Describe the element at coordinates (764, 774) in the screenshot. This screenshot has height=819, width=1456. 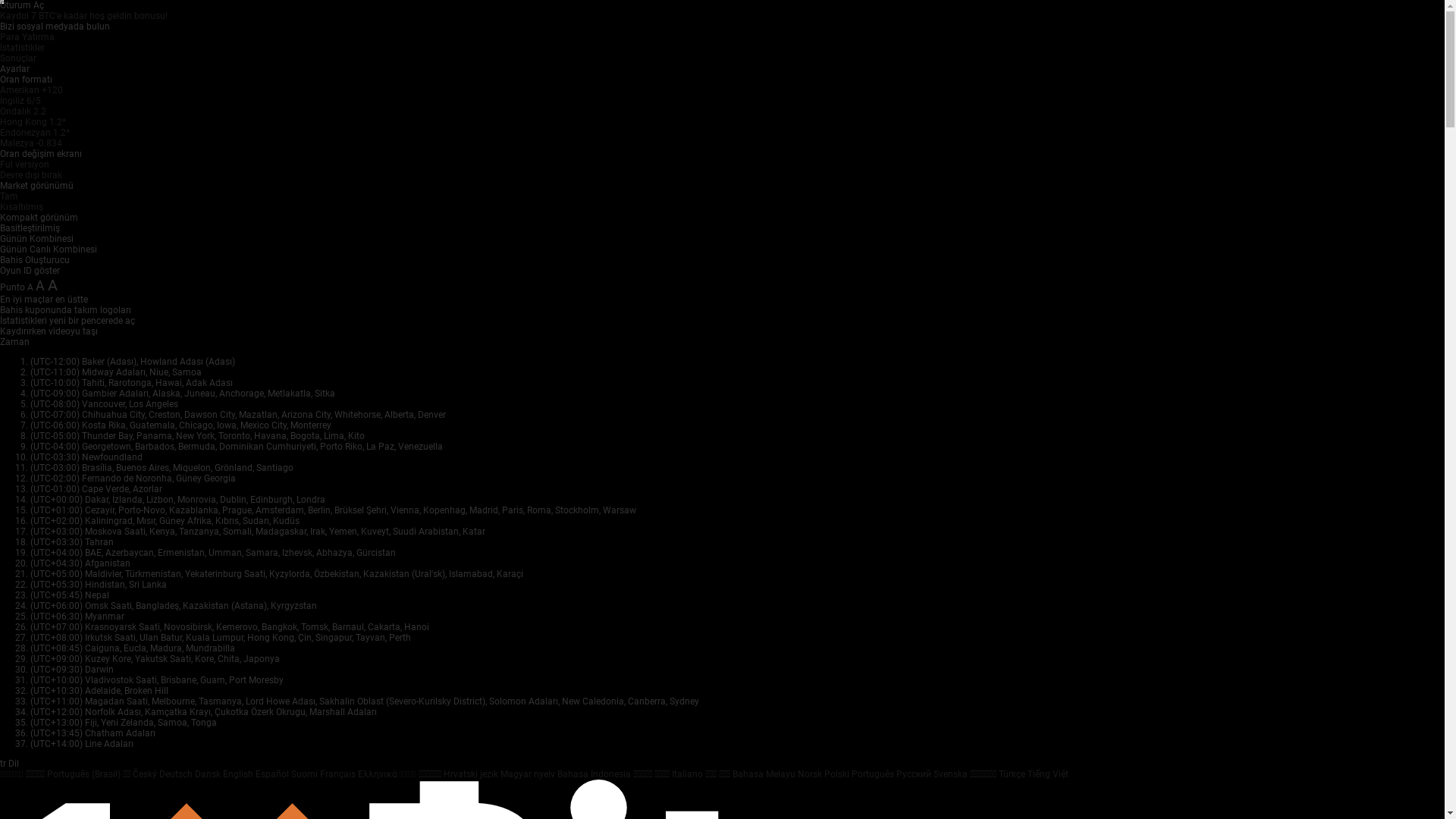
I see `'Bahasa Melayu'` at that location.